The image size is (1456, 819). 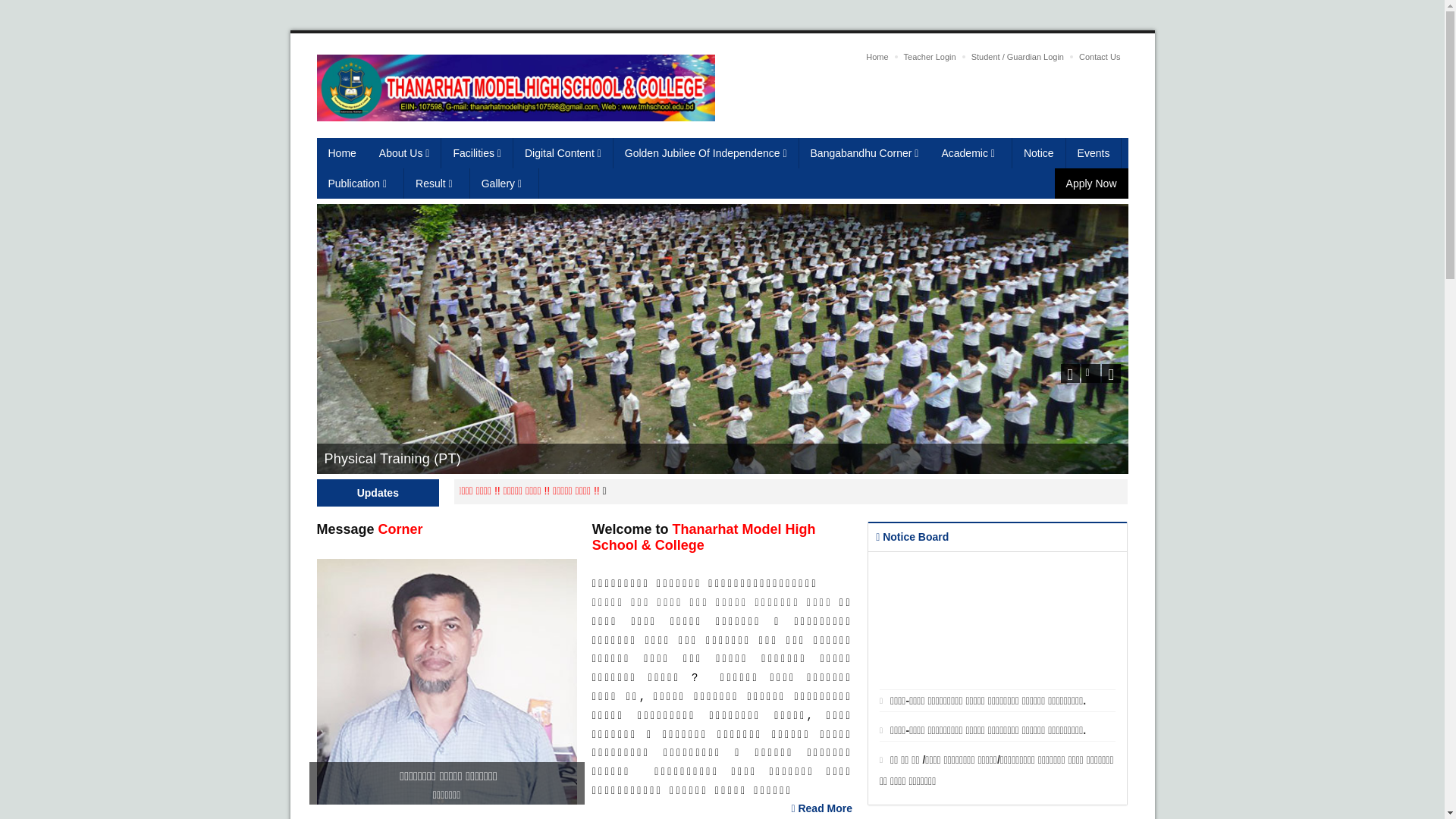 I want to click on 'About Us', so click(x=404, y=152).